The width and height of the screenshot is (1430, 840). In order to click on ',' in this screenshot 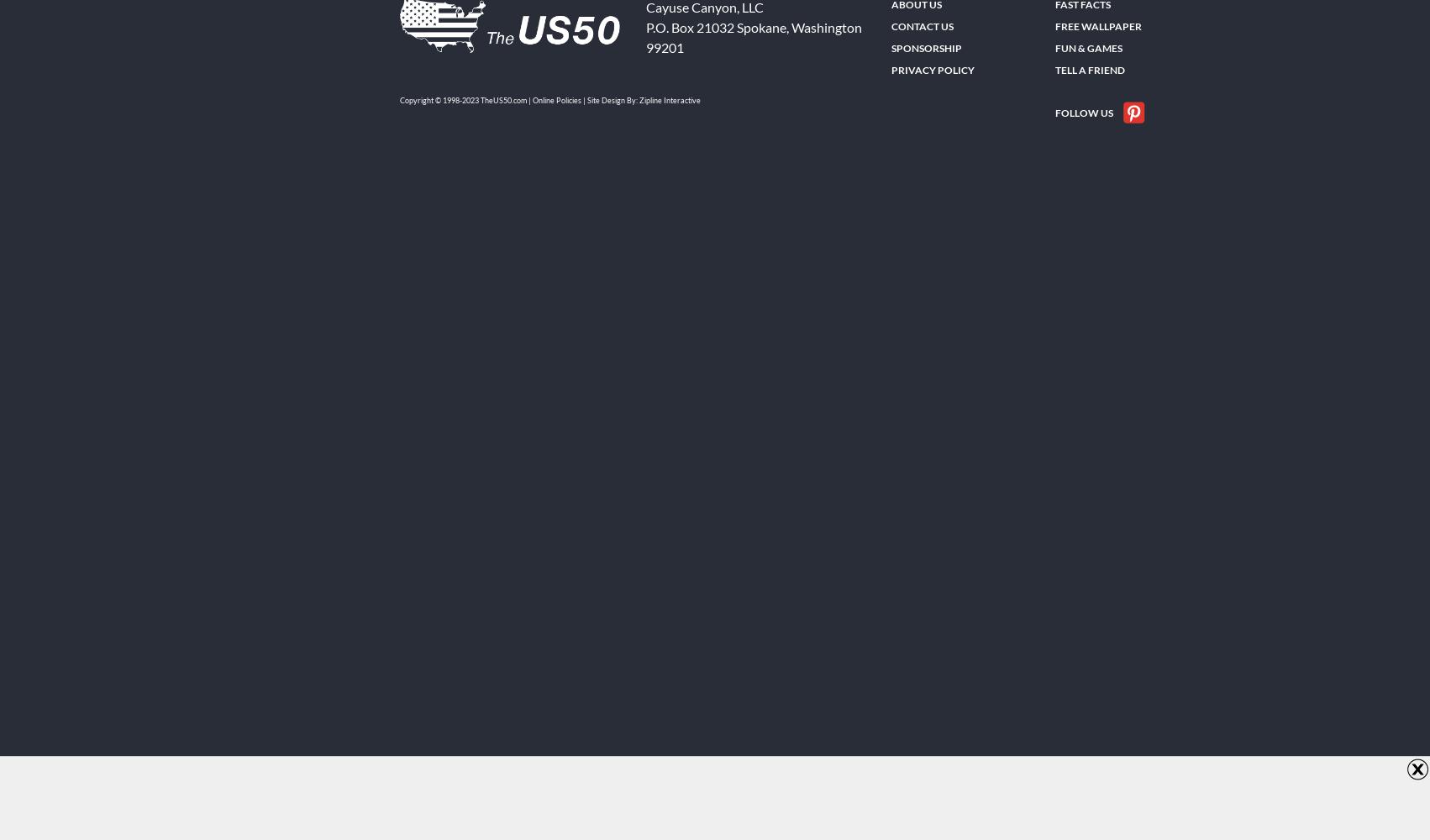, I will do `click(787, 27)`.